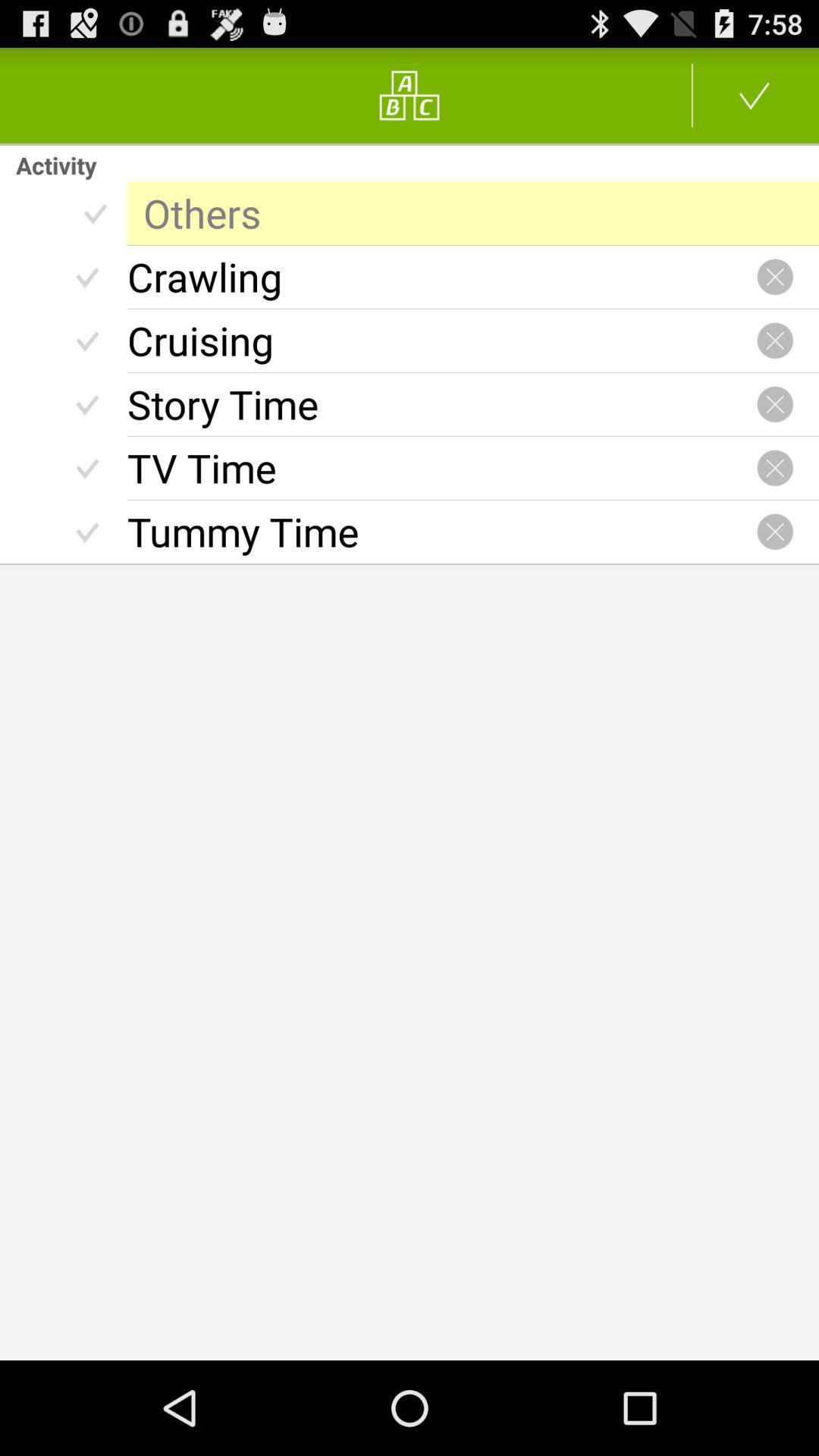 This screenshot has width=819, height=1456. Describe the element at coordinates (775, 277) in the screenshot. I see `close option` at that location.